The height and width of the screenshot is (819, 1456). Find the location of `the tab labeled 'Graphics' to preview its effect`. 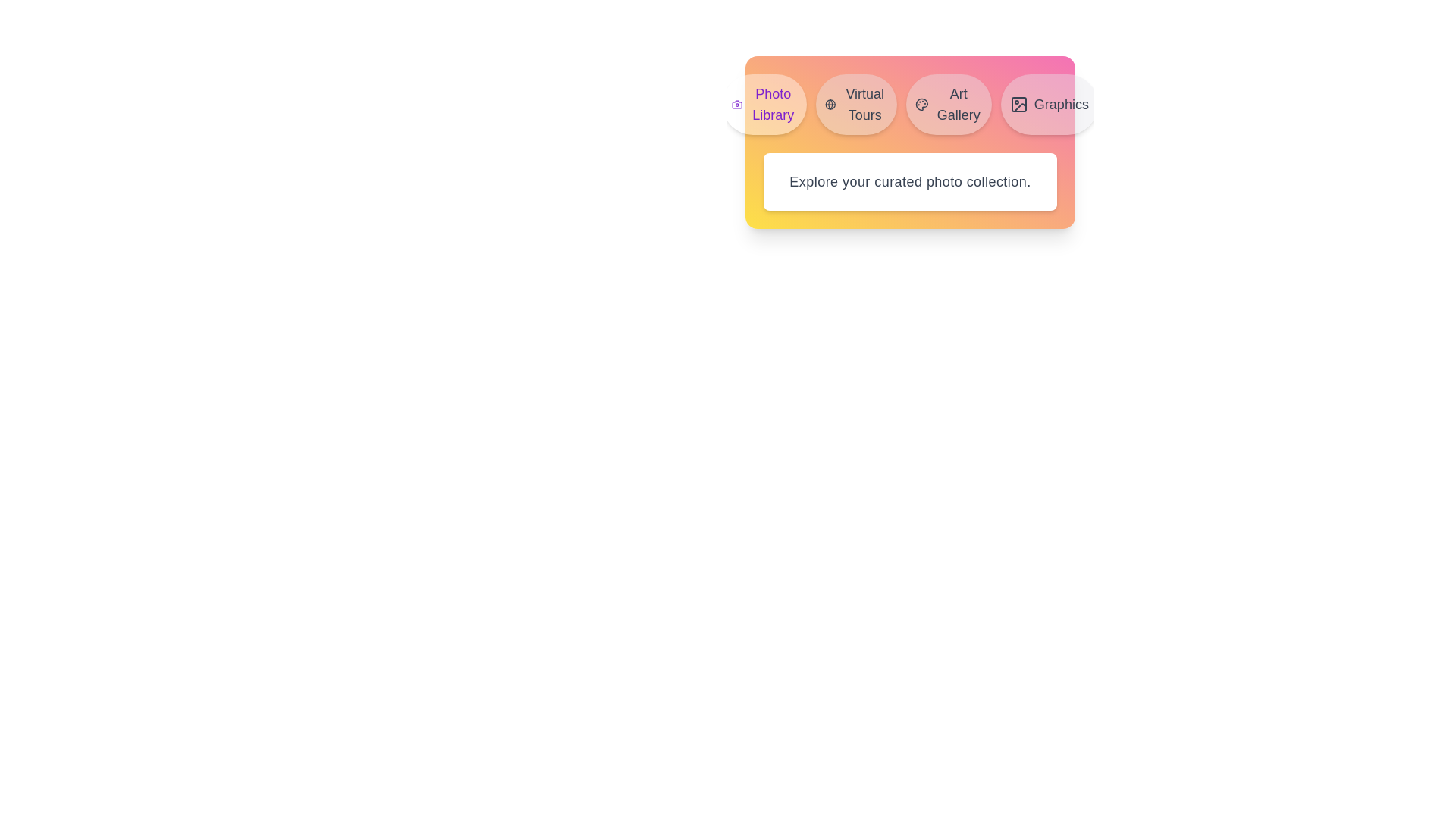

the tab labeled 'Graphics' to preview its effect is located at coordinates (1048, 104).